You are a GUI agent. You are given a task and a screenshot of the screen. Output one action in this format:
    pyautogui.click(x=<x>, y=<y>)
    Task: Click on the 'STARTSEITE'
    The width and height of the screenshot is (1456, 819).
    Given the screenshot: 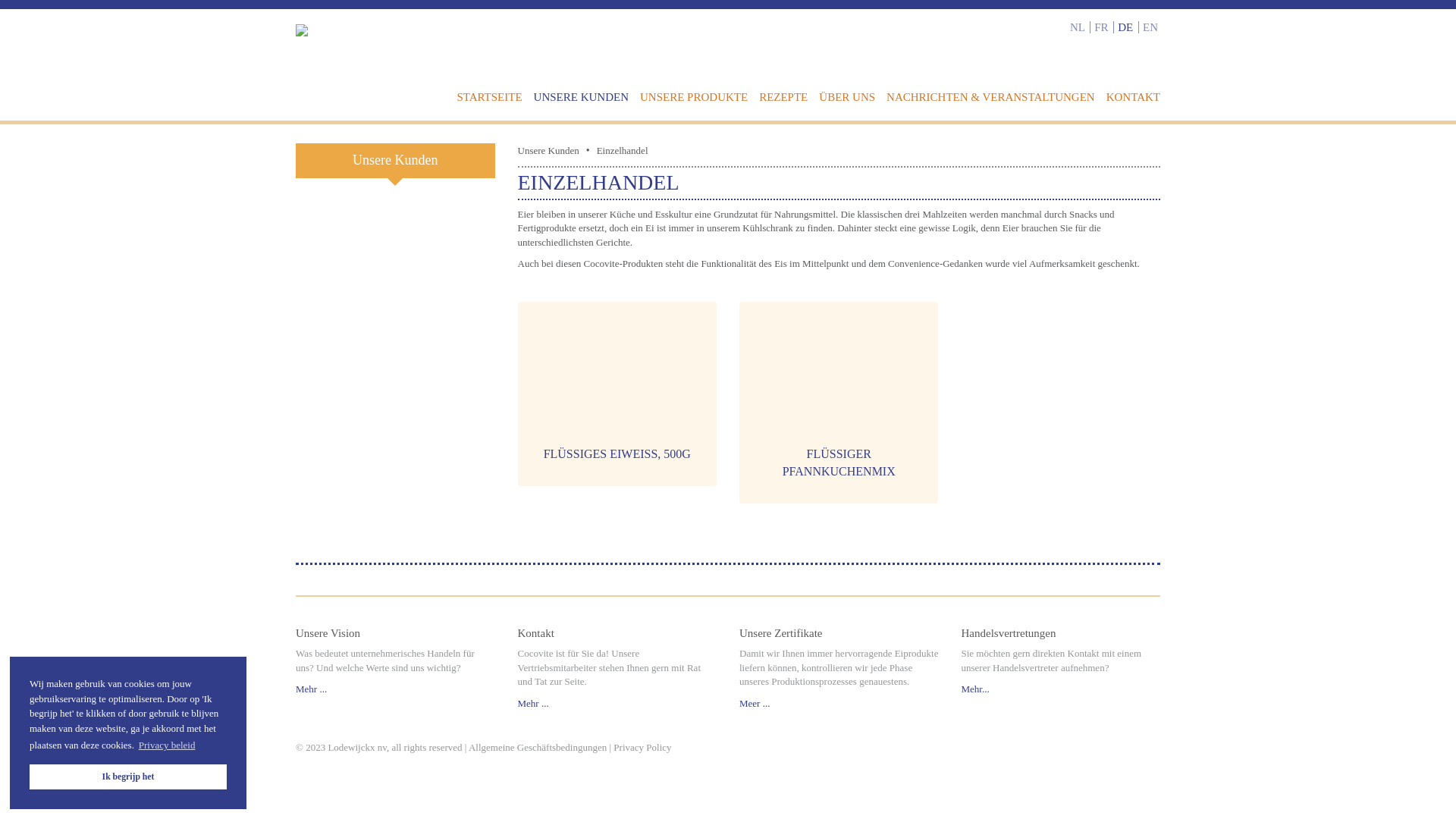 What is the action you would take?
    pyautogui.click(x=491, y=96)
    